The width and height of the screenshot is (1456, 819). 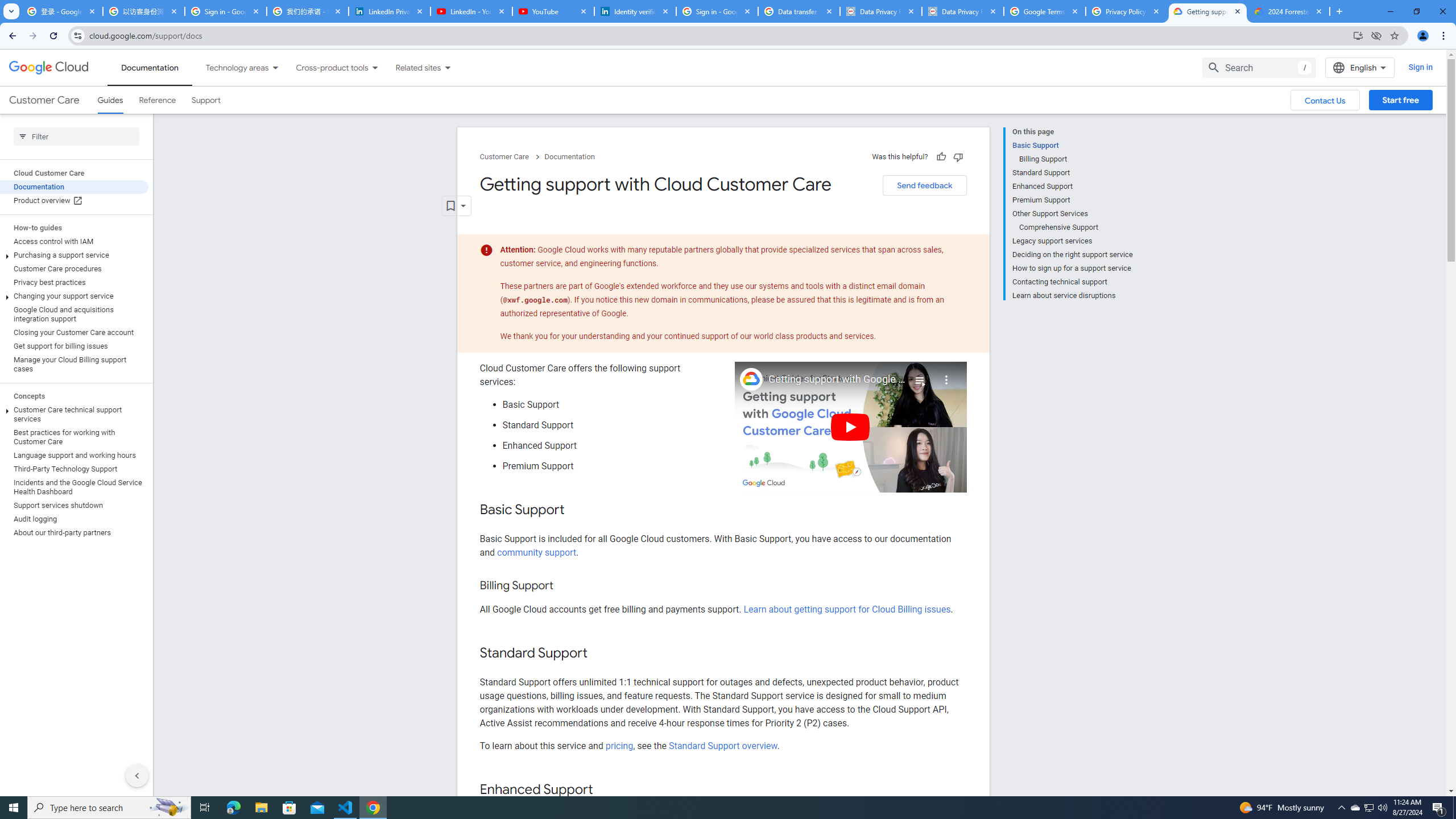 I want to click on 'Audit logging', so click(x=74, y=518).